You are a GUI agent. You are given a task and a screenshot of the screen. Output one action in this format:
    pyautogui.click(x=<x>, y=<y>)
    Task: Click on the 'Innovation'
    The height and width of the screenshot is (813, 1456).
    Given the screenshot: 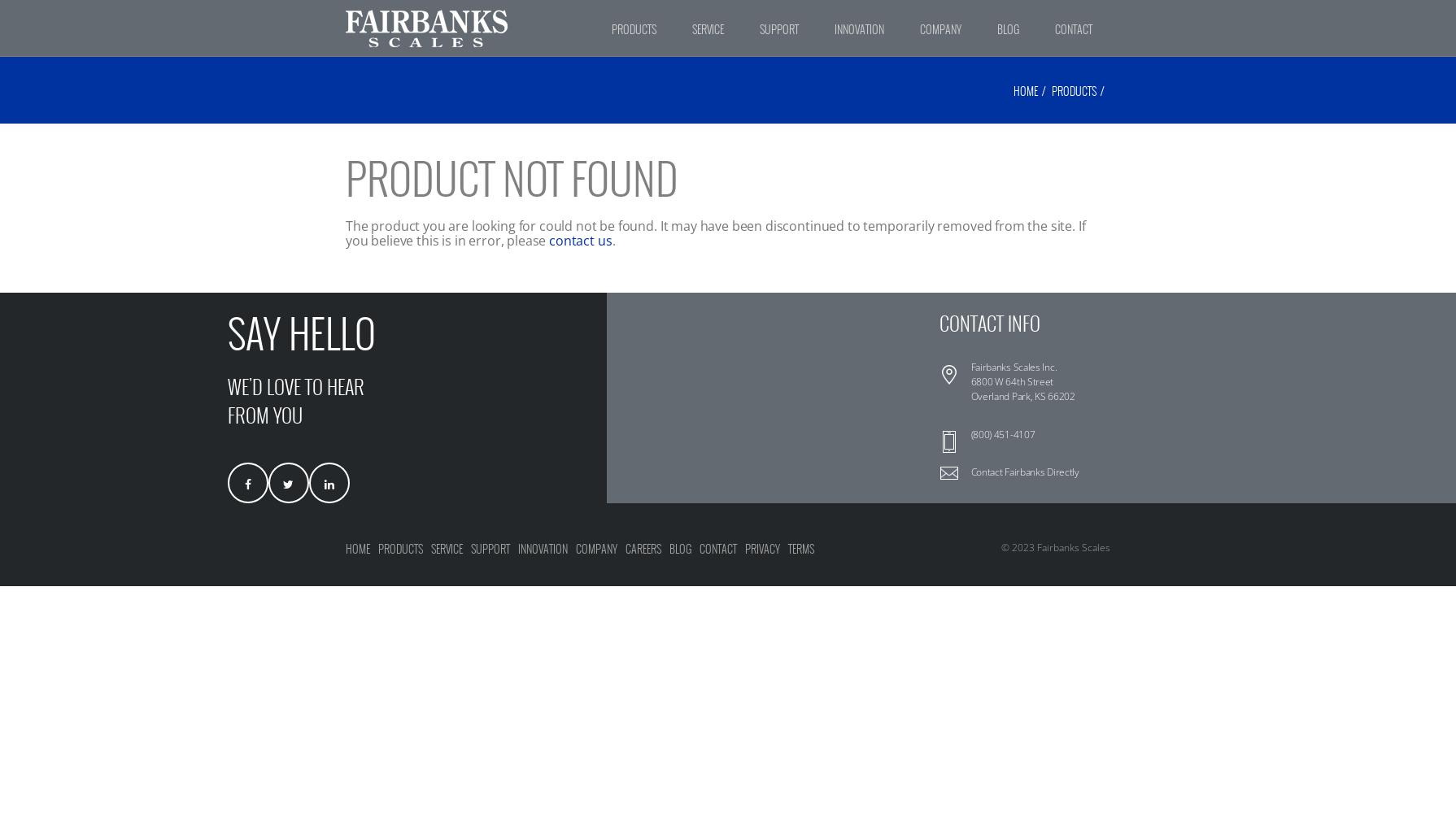 What is the action you would take?
    pyautogui.click(x=542, y=549)
    